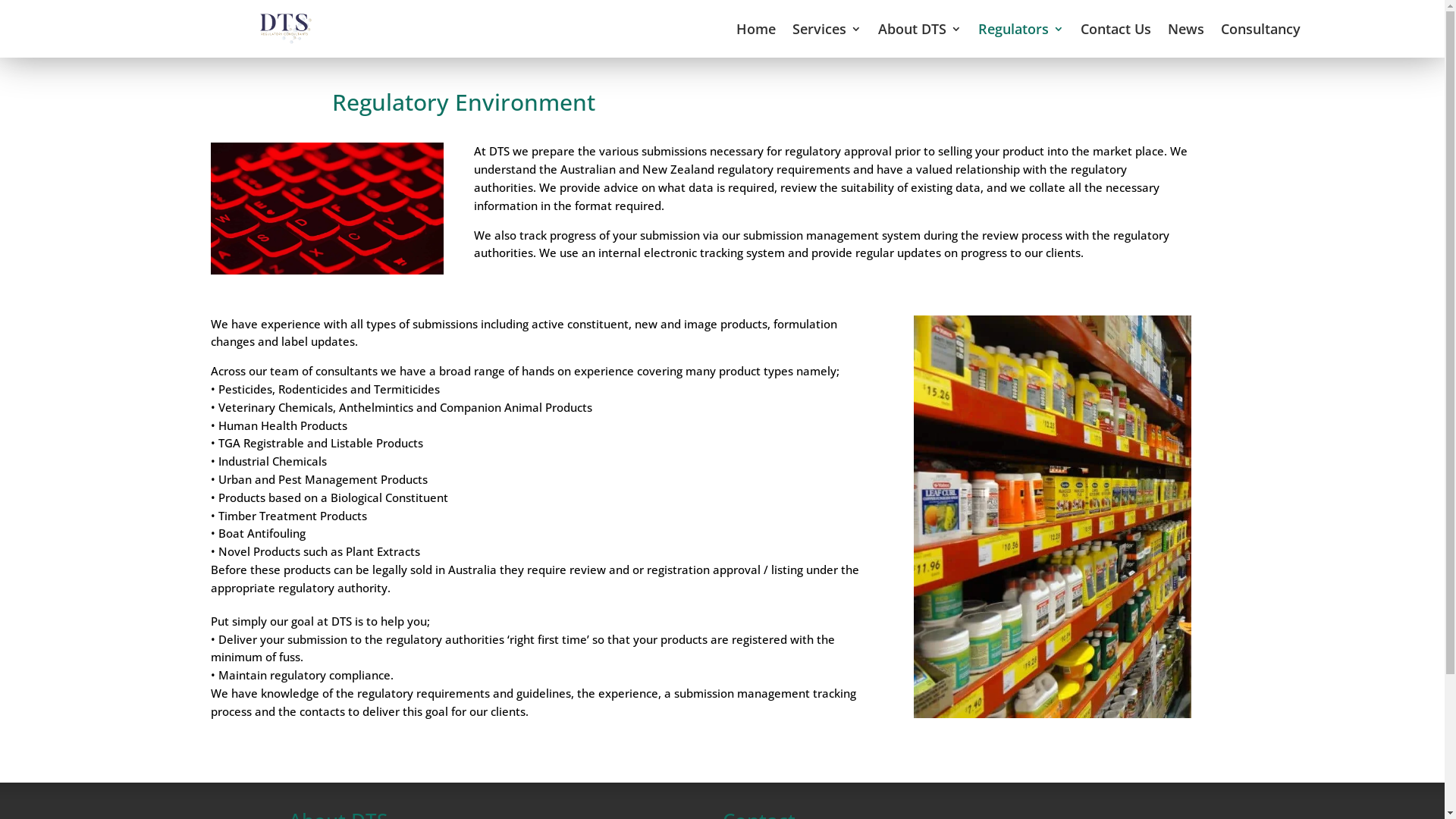 This screenshot has height=819, width=1456. I want to click on 'About DTS', so click(919, 29).